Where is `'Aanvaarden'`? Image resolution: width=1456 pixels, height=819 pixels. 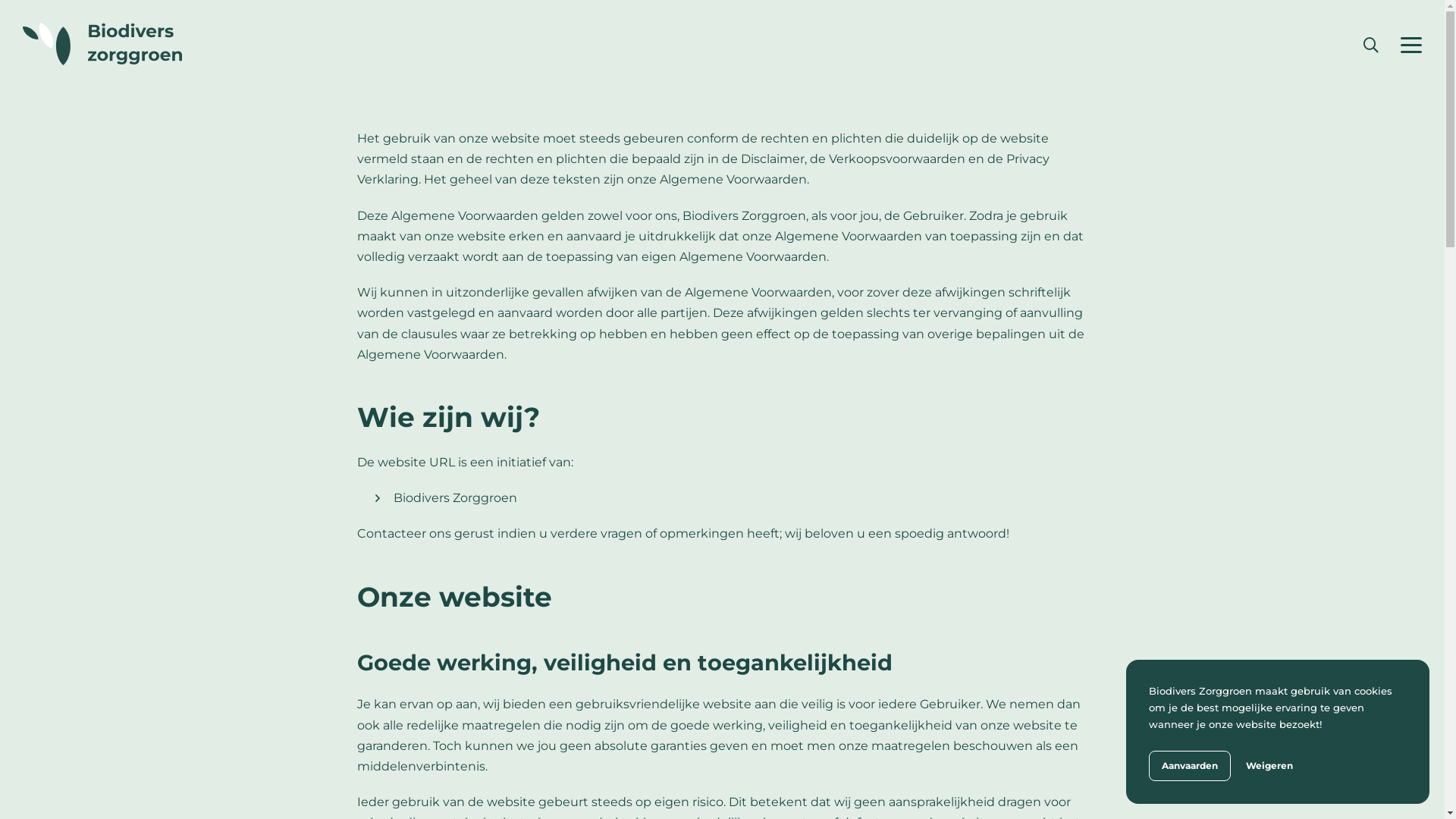 'Aanvaarden' is located at coordinates (1189, 766).